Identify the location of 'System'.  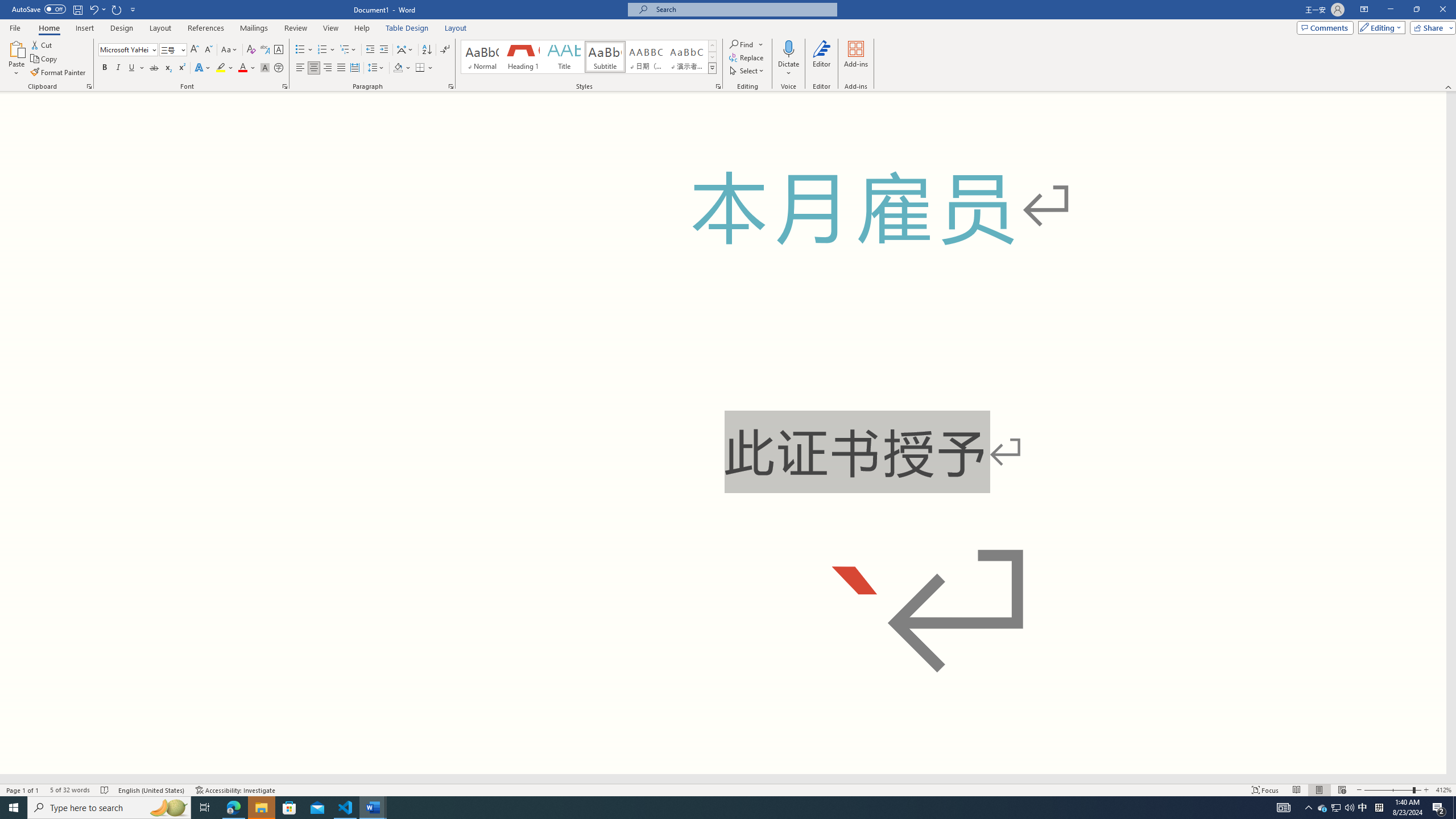
(6, 5).